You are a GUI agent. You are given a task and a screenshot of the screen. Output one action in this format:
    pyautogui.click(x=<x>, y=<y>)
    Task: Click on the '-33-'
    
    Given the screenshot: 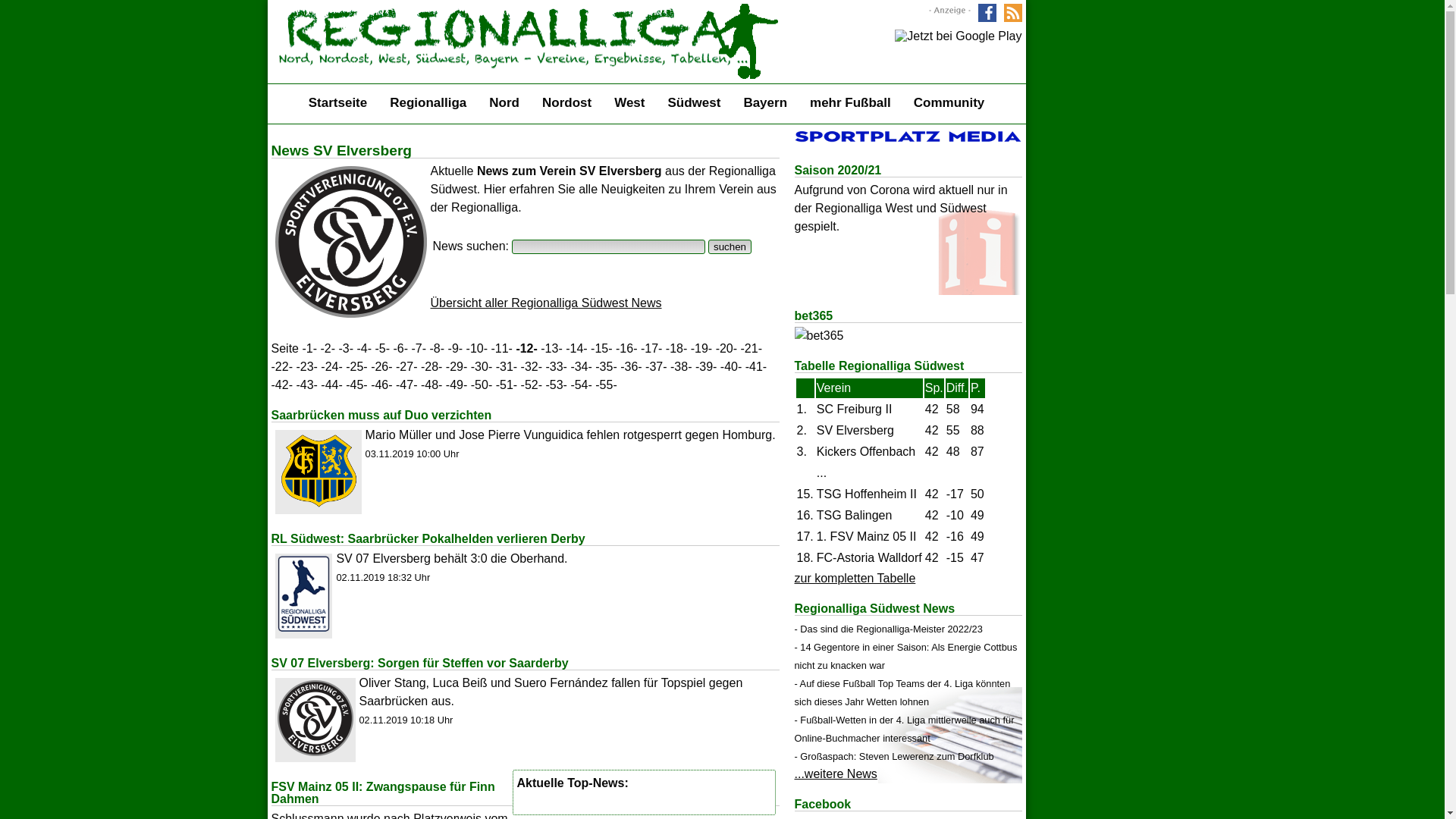 What is the action you would take?
    pyautogui.click(x=545, y=366)
    